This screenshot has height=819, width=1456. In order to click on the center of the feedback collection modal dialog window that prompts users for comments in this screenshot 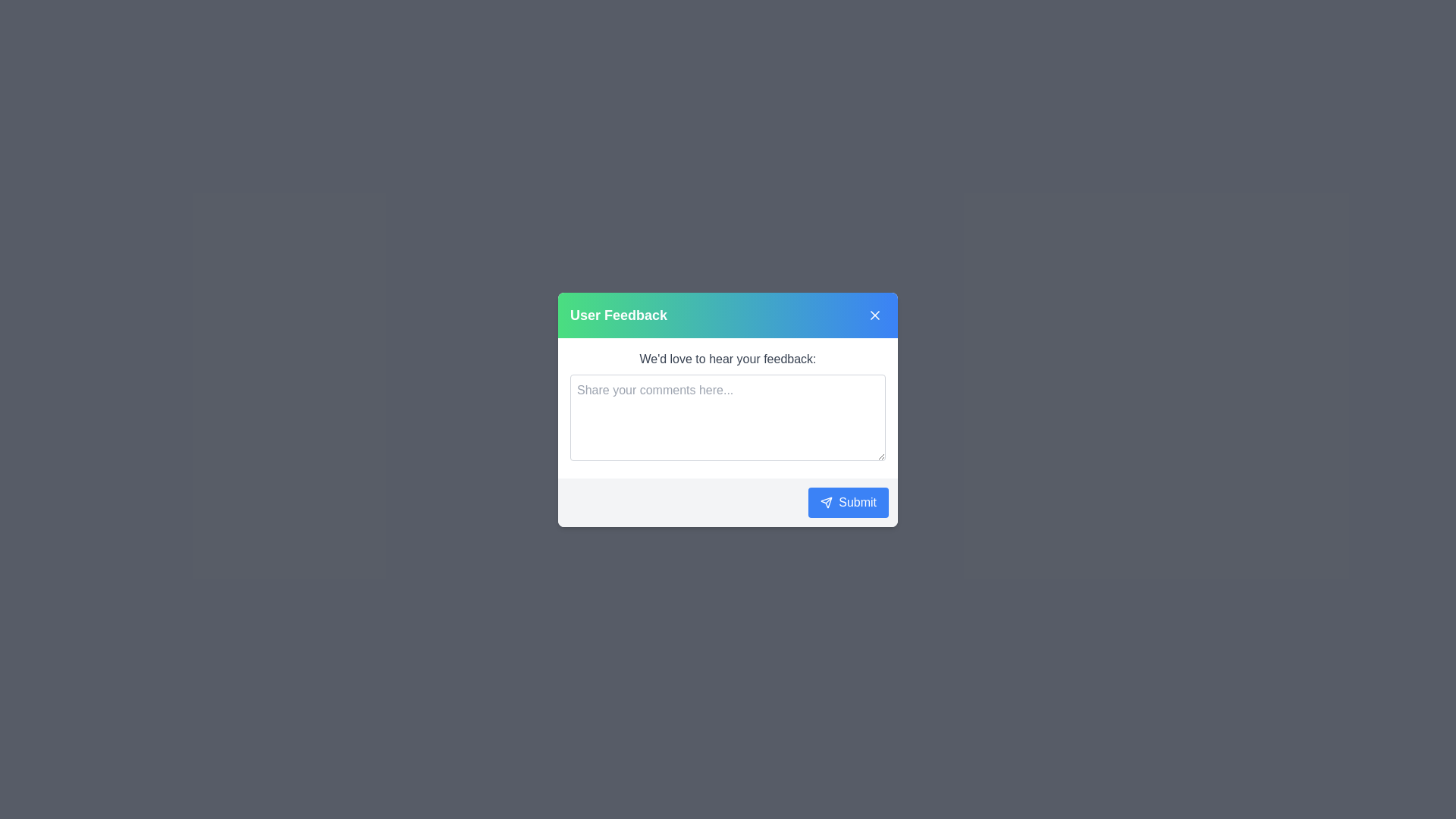, I will do `click(728, 409)`.